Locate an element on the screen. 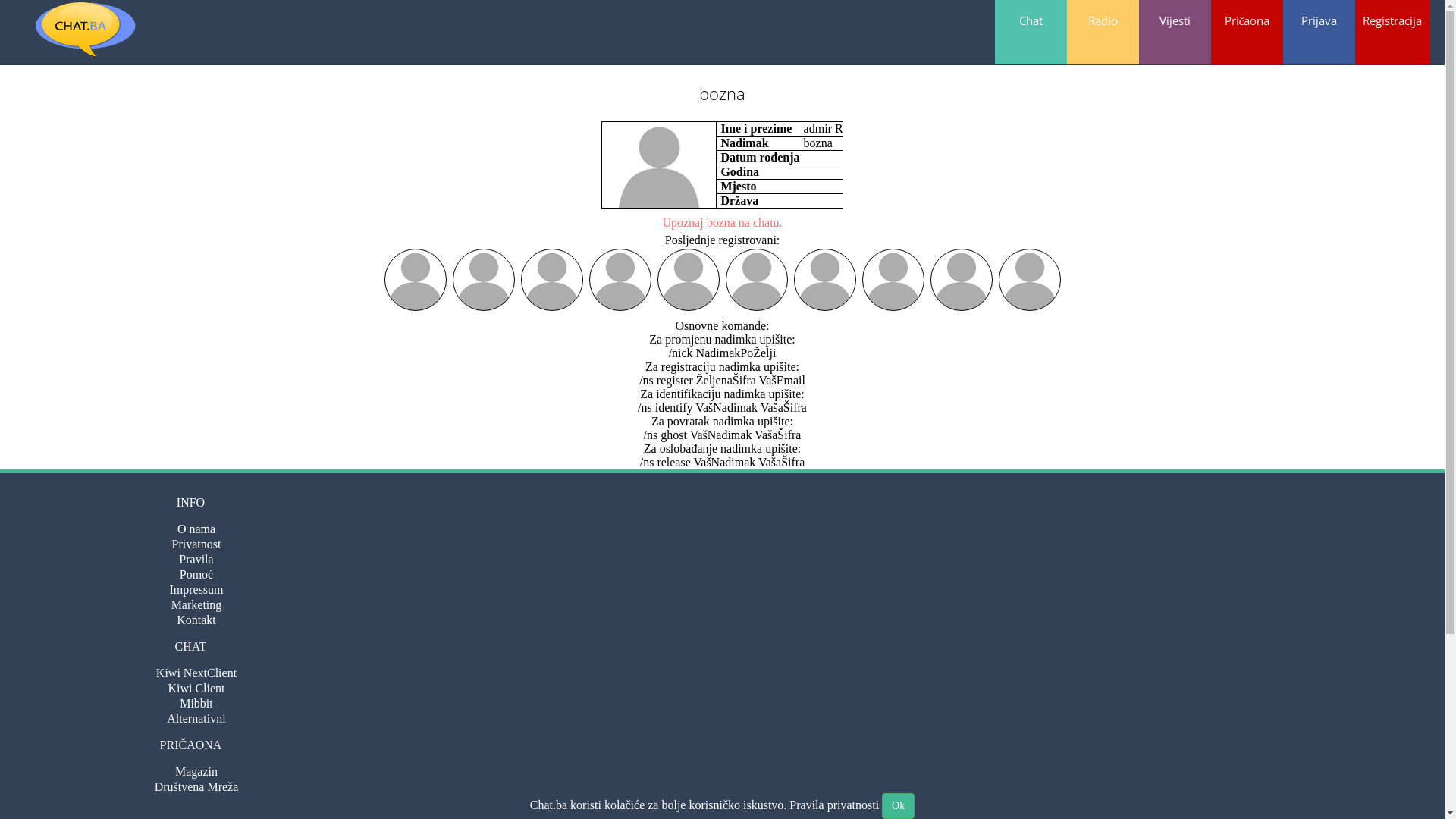 The image size is (1456, 819). 'Marketing' is located at coordinates (196, 604).